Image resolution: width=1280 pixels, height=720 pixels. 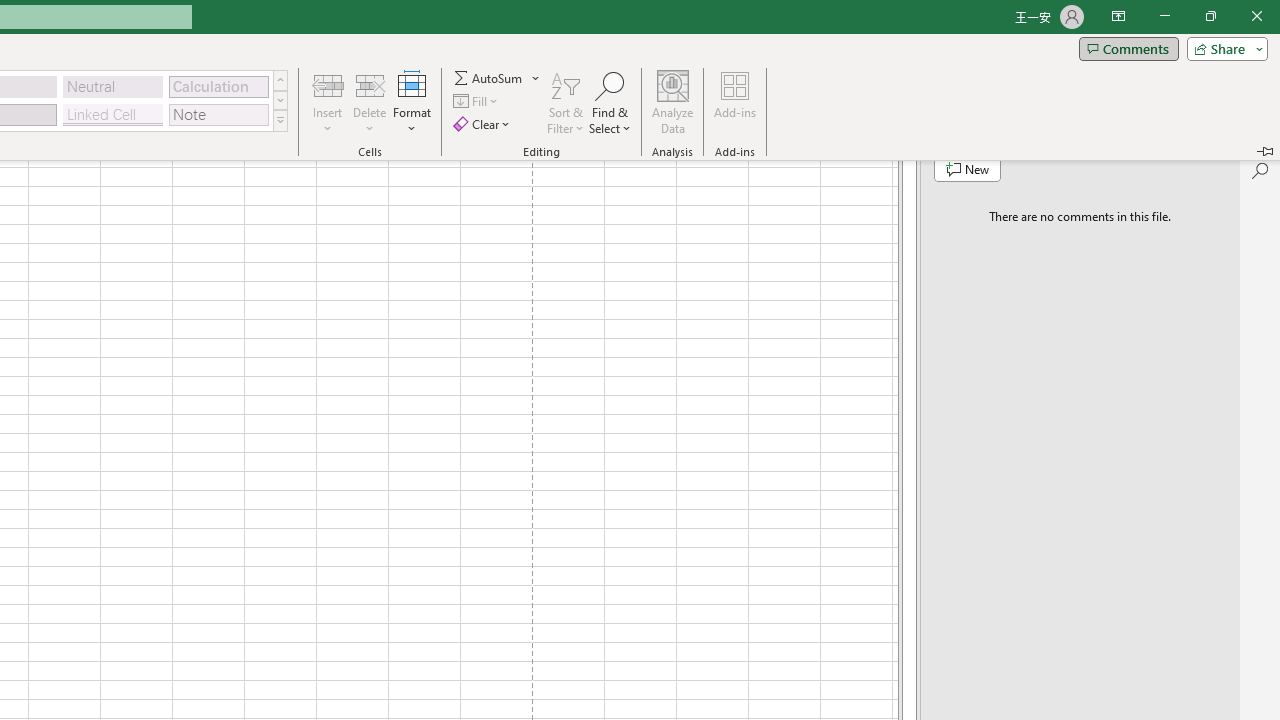 What do you see at coordinates (1222, 47) in the screenshot?
I see `'Share'` at bounding box center [1222, 47].